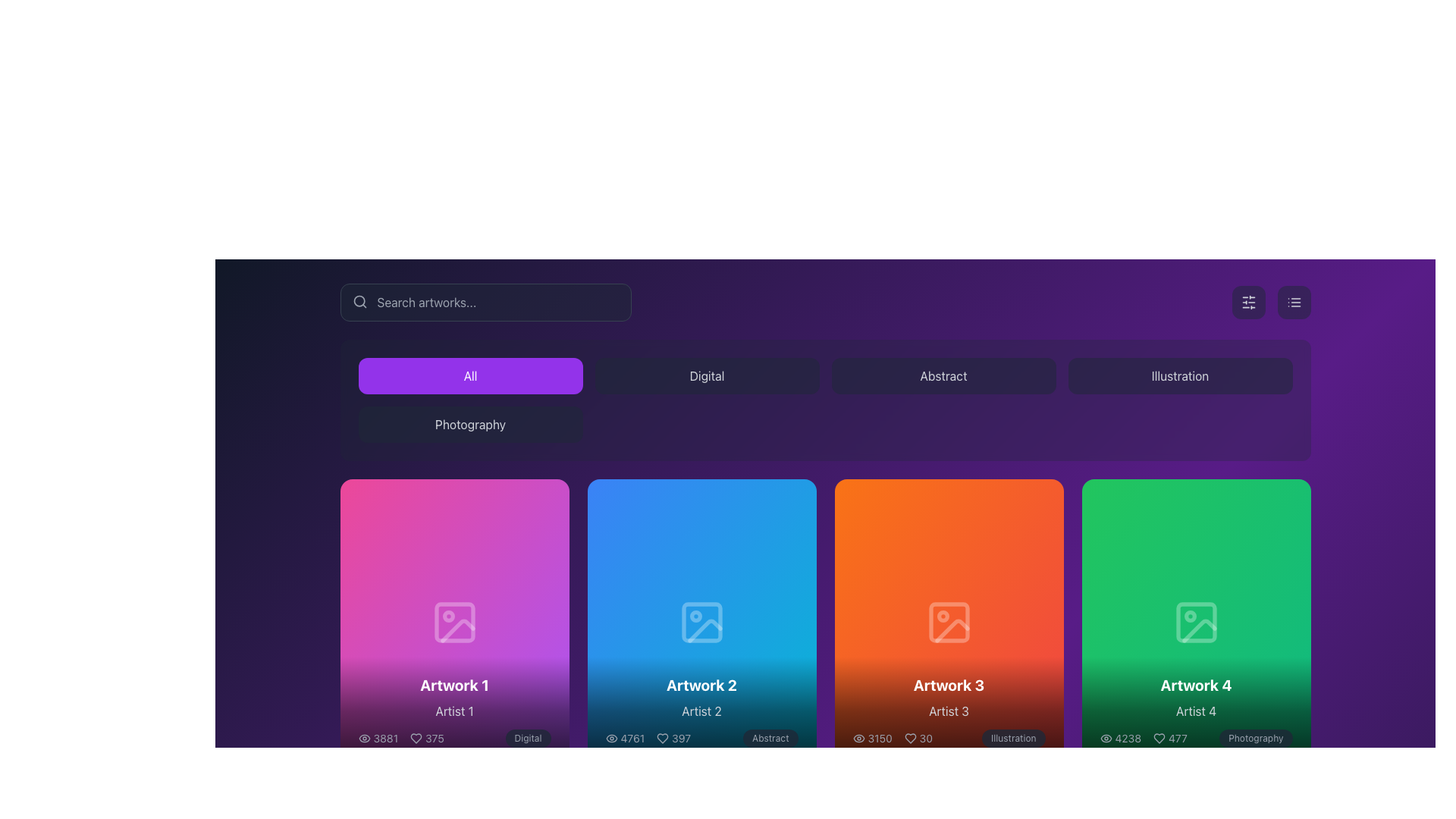 The width and height of the screenshot is (1456, 819). I want to click on the 'Abstract' filter button, so click(943, 375).